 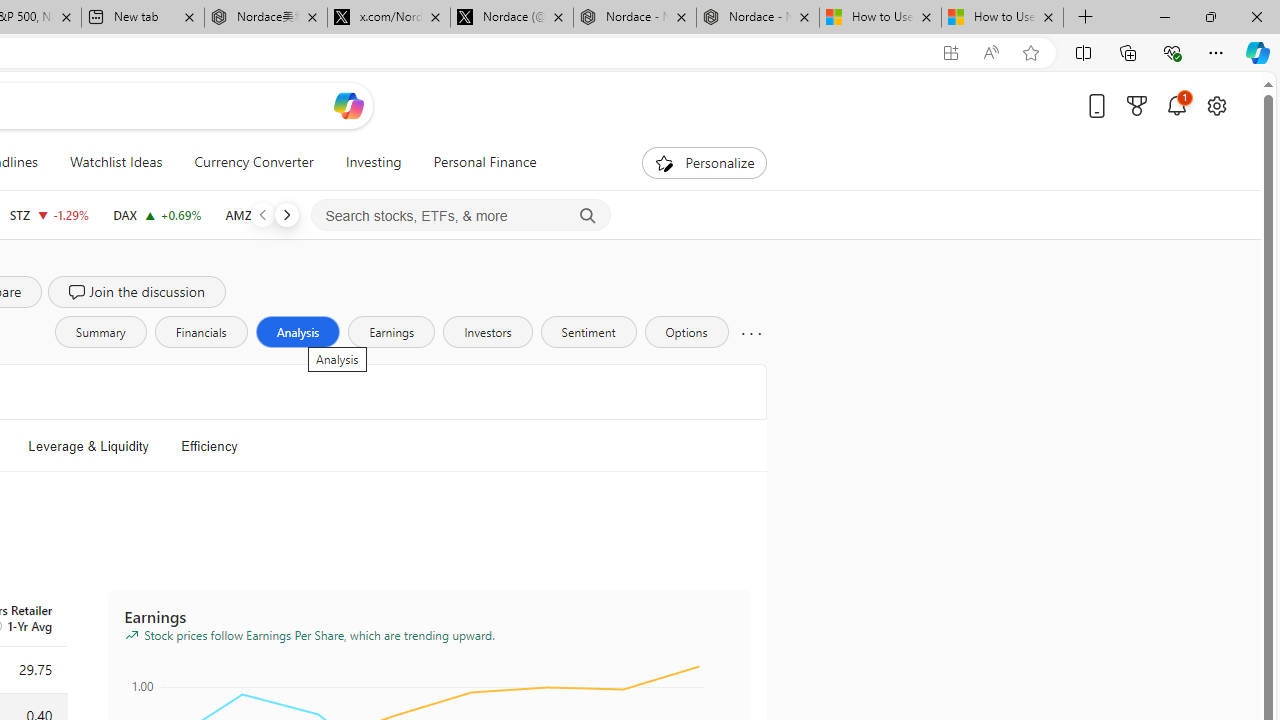 What do you see at coordinates (271, 214) in the screenshot?
I see `'AMZN AMAZON.COM, INC. decrease 173.12 -2.38 -1.36%'` at bounding box center [271, 214].